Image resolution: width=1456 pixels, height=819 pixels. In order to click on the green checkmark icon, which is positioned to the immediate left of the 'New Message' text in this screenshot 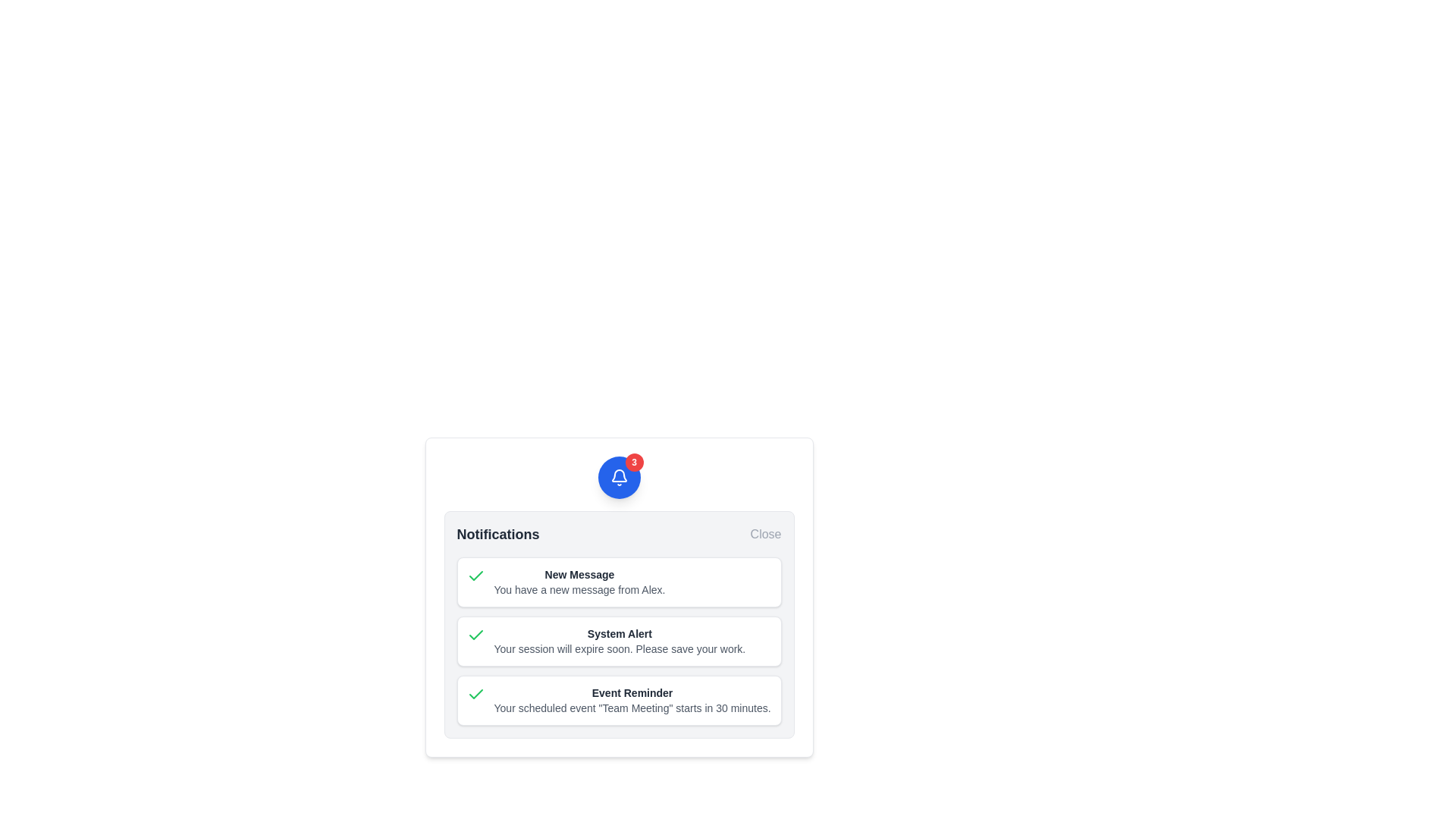, I will do `click(475, 576)`.